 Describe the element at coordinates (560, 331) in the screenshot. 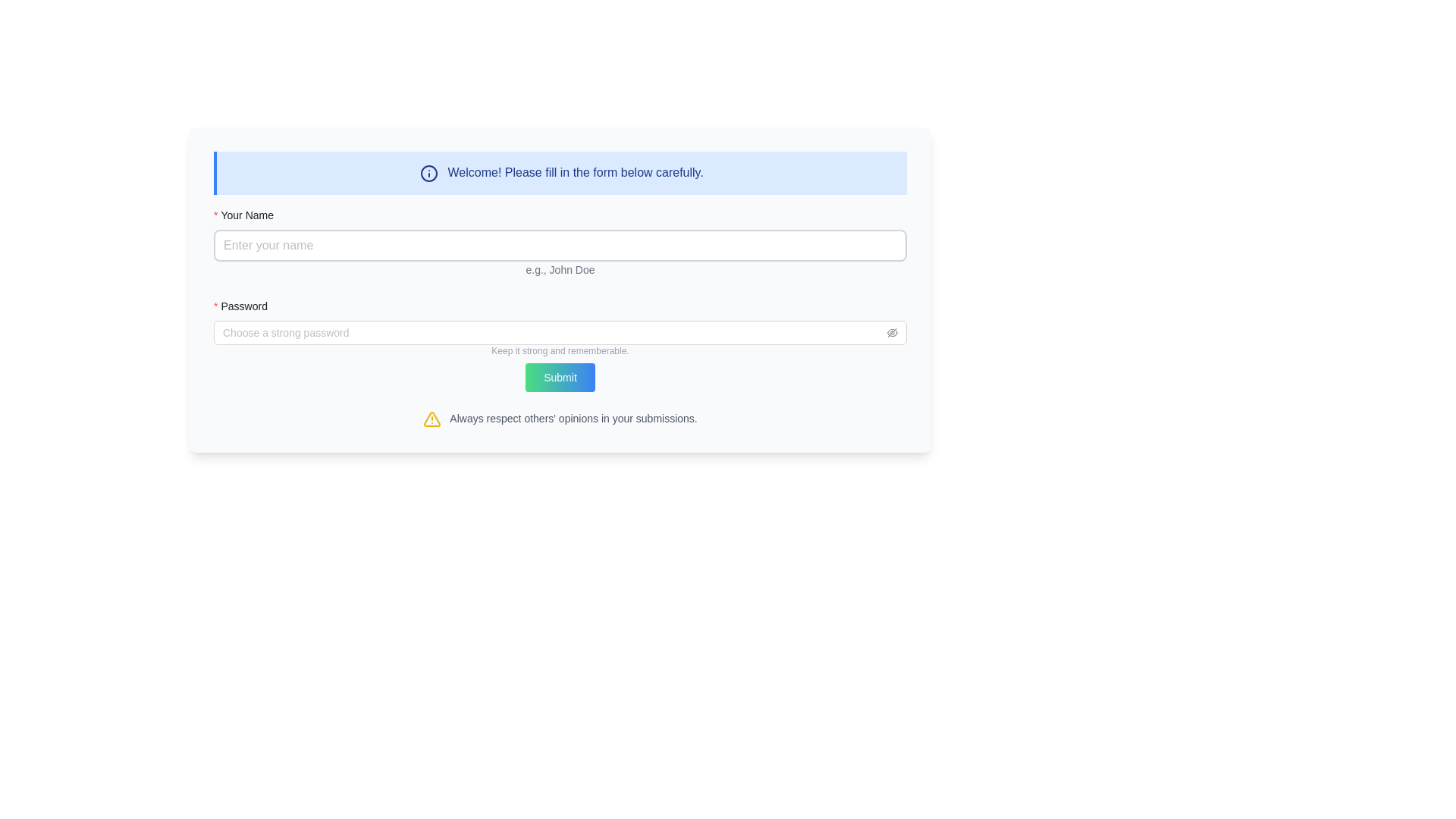

I see `the eye icon in the Password input field` at that location.